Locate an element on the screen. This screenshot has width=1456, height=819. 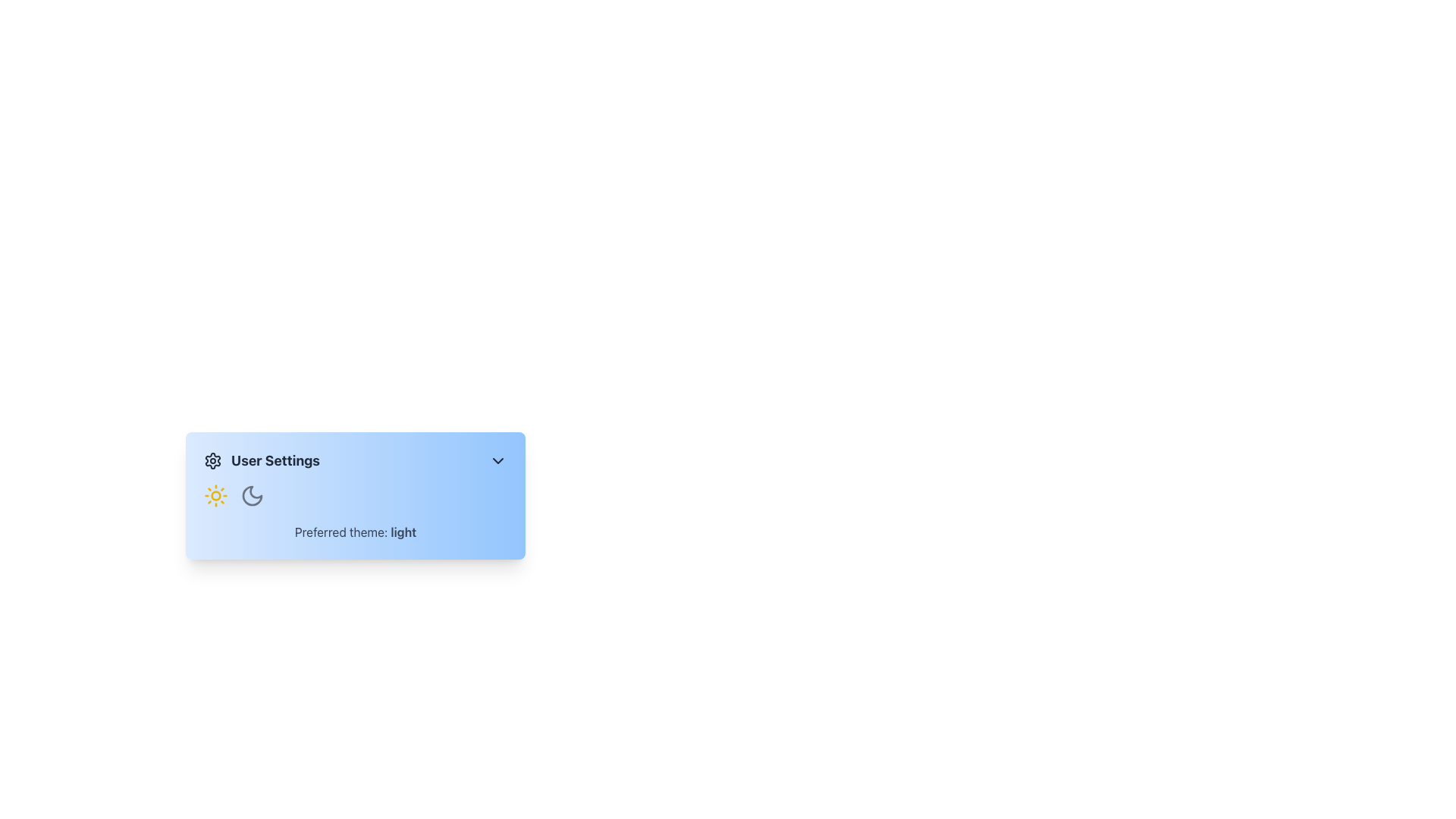
the theme toggle button, which is the second icon to the right of the sun icon in the User Settings section is located at coordinates (252, 496).